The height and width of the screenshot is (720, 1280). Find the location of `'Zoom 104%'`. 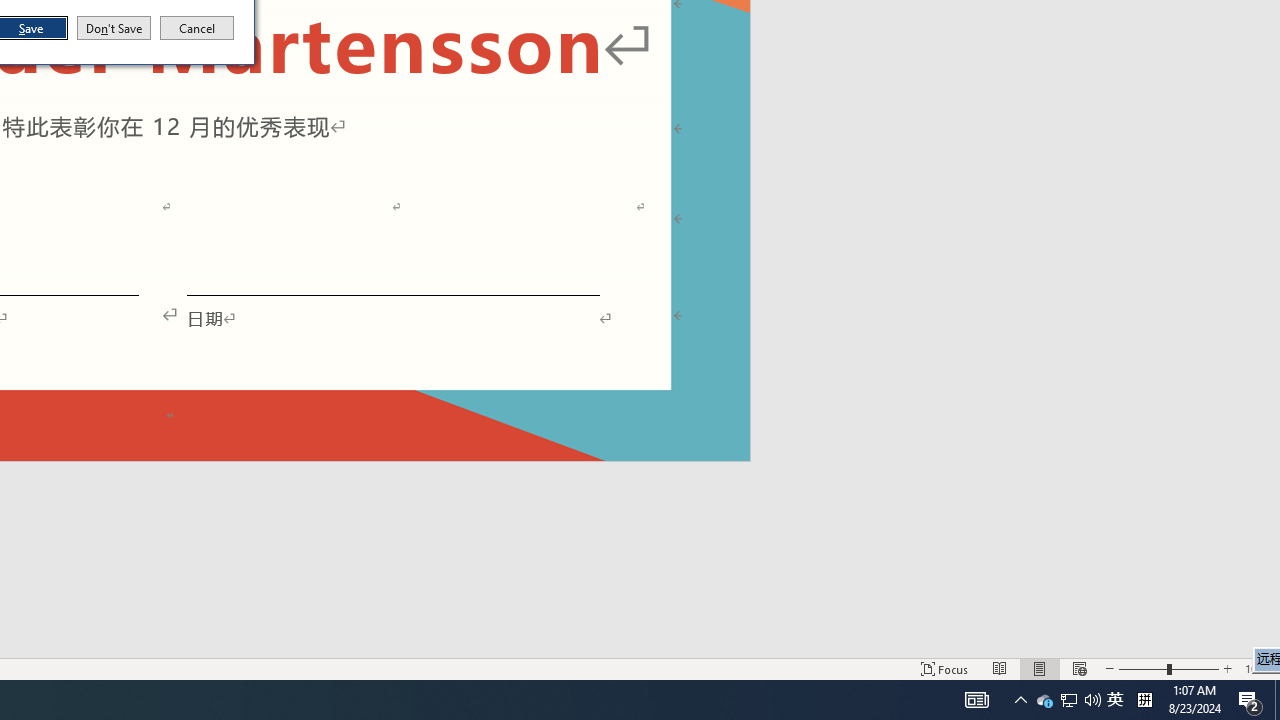

'Zoom 104%' is located at coordinates (1276, 698).